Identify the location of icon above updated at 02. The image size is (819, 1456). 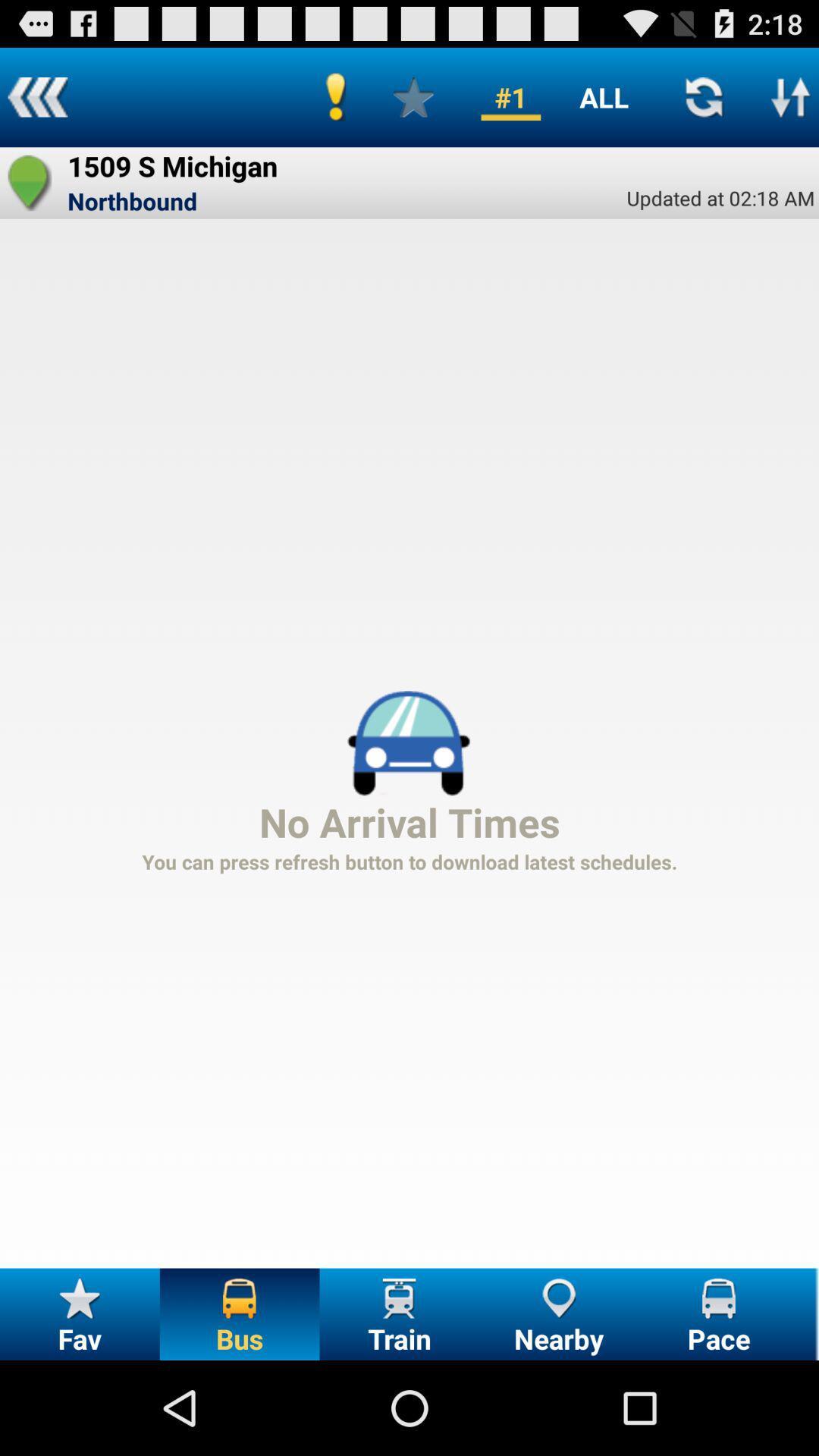
(603, 96).